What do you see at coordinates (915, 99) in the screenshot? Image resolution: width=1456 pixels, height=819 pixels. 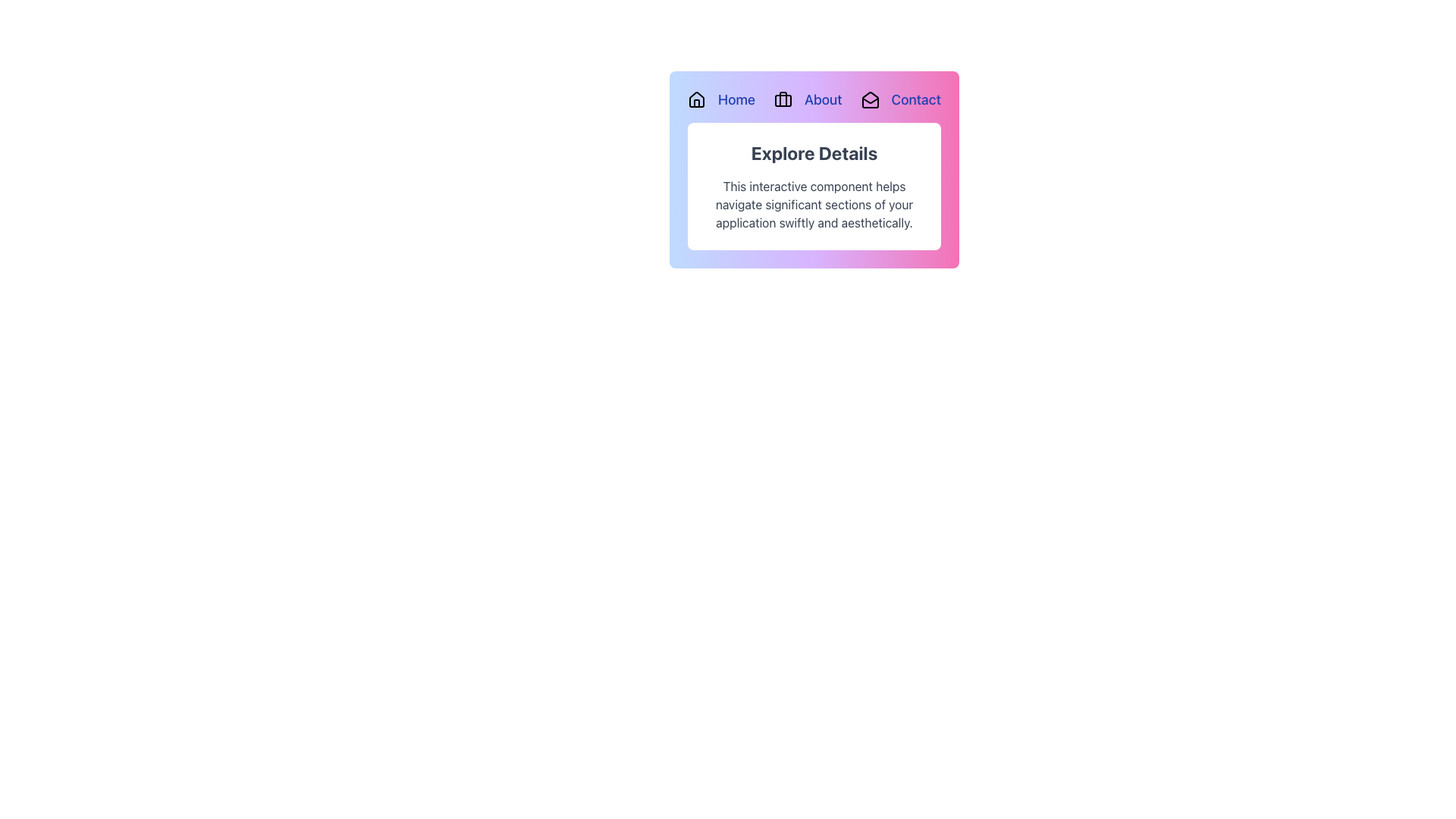 I see `the last navigation link button, which serves as a hyperlink to the contact page` at bounding box center [915, 99].